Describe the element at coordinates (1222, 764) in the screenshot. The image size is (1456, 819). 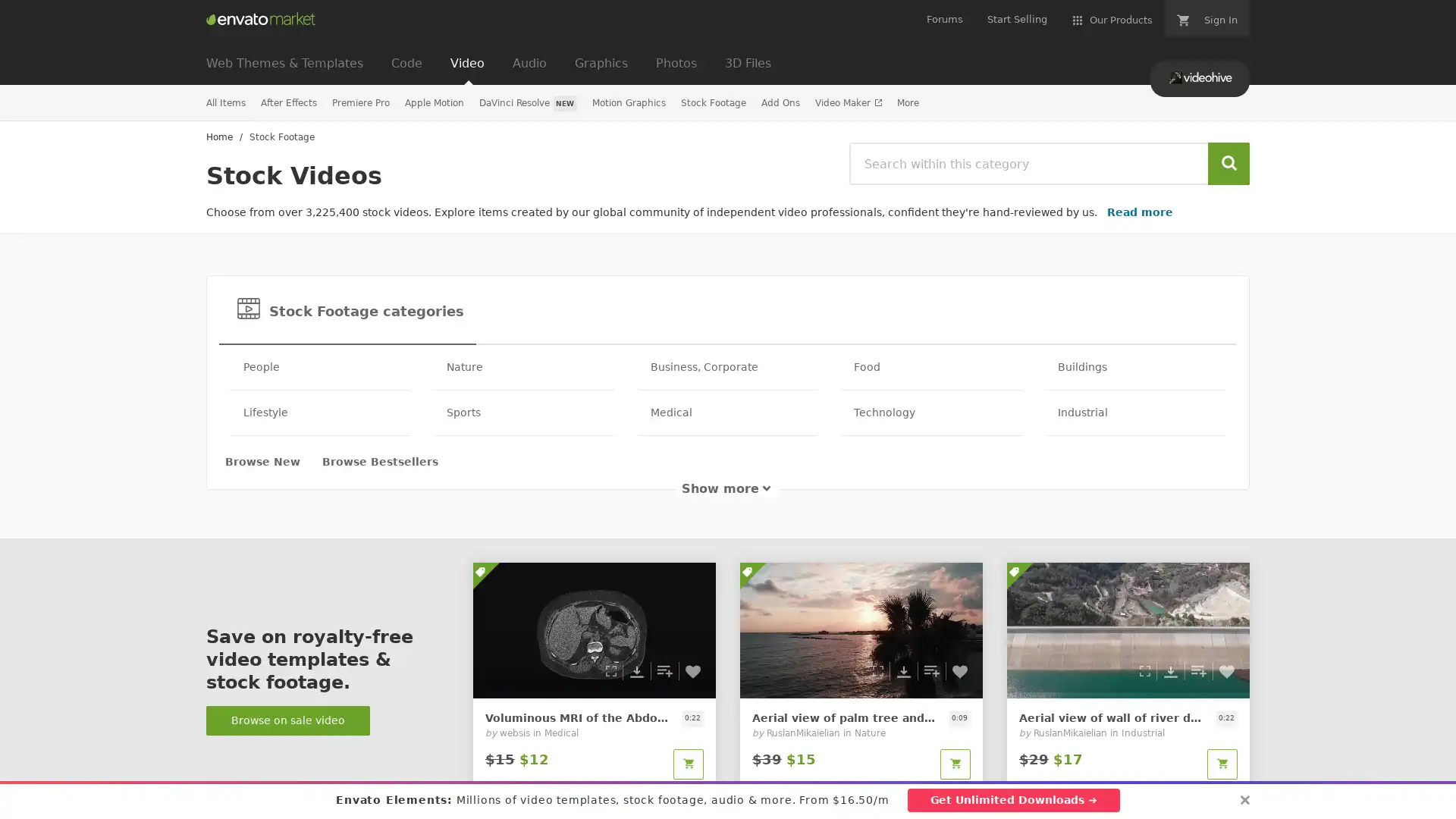
I see `Add to cart` at that location.